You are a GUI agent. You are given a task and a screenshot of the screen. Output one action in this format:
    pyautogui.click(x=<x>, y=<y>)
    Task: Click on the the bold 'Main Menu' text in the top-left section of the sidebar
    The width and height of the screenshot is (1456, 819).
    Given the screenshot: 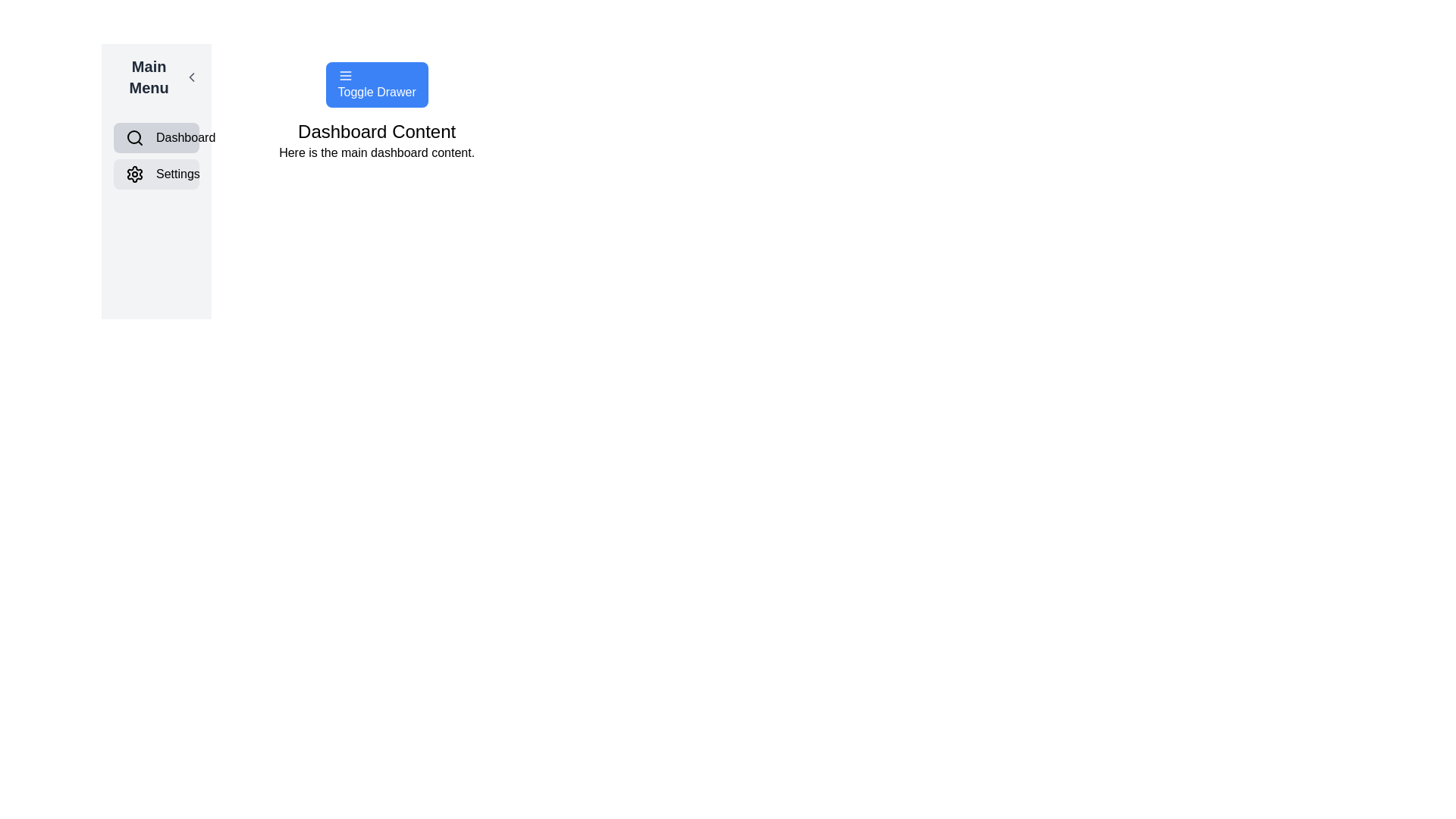 What is the action you would take?
    pyautogui.click(x=149, y=77)
    